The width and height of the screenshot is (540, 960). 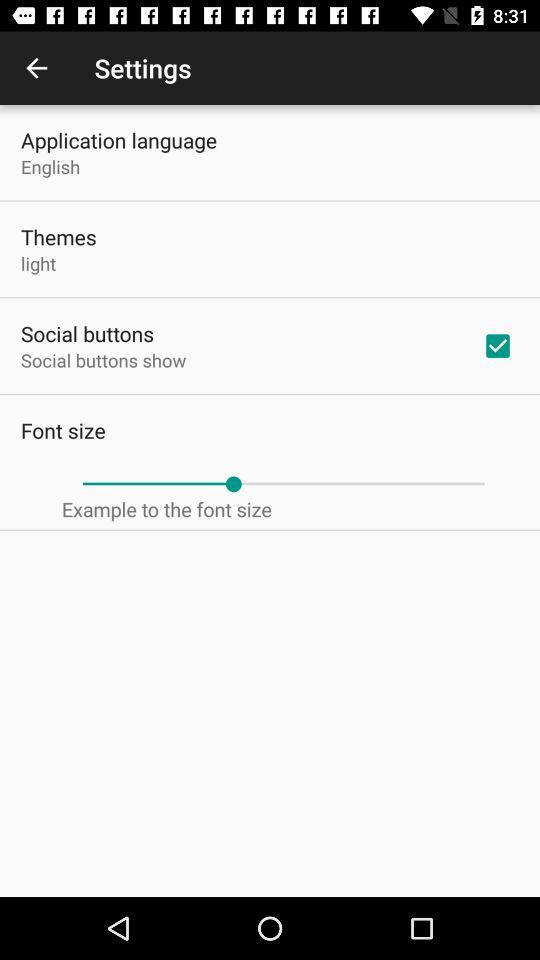 I want to click on item above social buttons icon, so click(x=38, y=262).